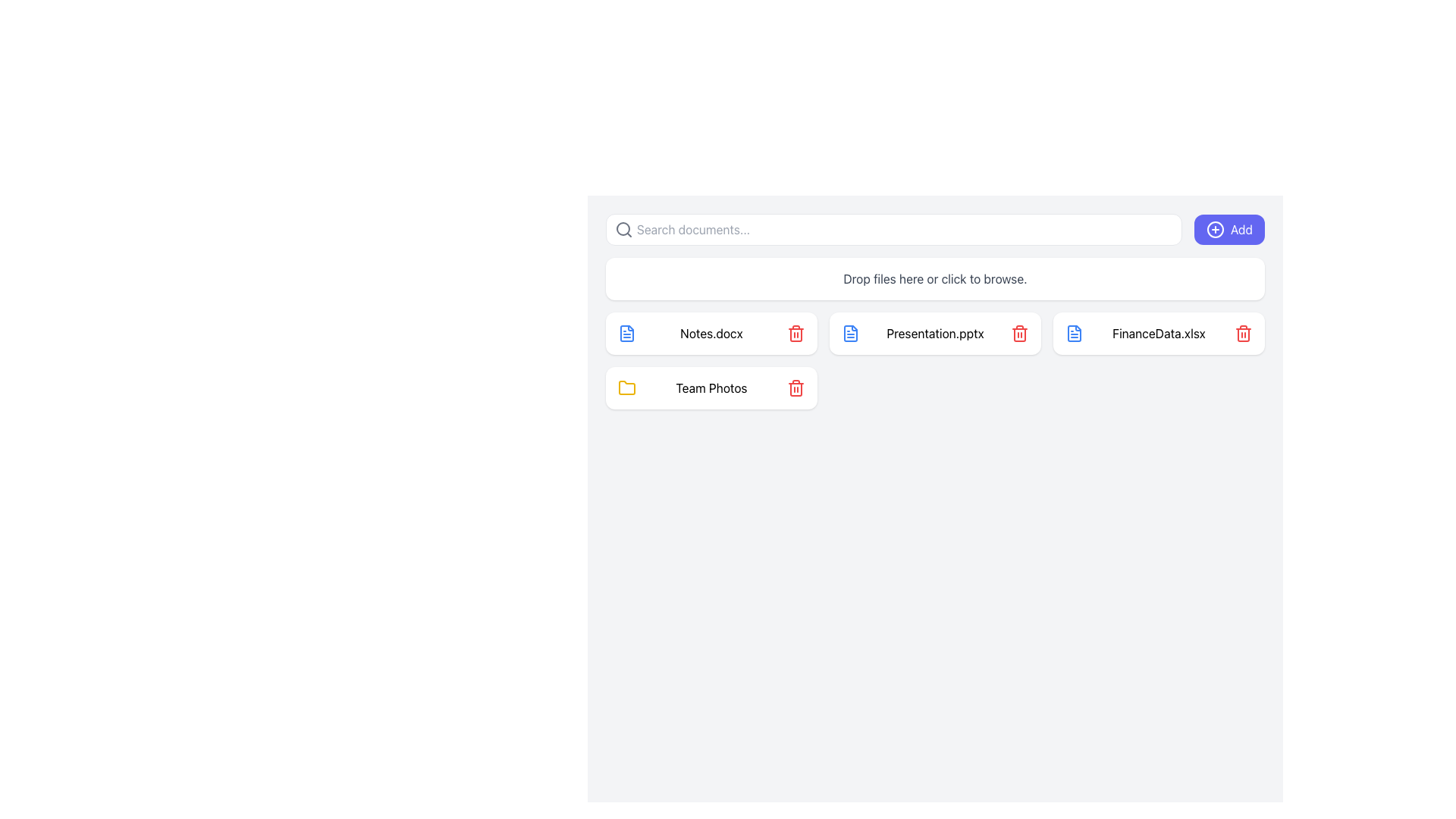  Describe the element at coordinates (711, 388) in the screenshot. I see `the folder named 'Team Photos' located in the lower-left section of the file grid, specifically under the 'Notes.docx' file card` at that location.